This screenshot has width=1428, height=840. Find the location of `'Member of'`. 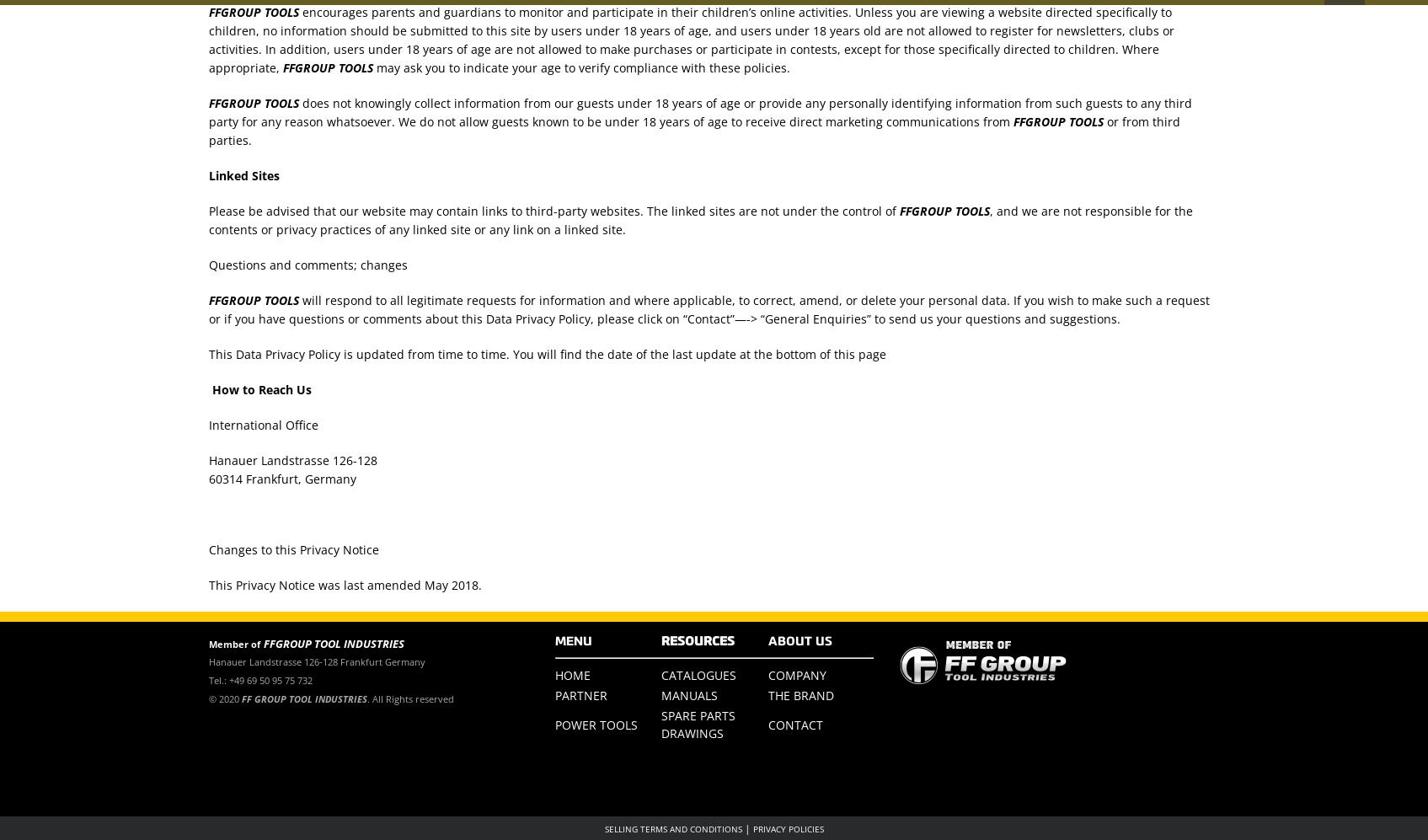

'Member of' is located at coordinates (233, 644).